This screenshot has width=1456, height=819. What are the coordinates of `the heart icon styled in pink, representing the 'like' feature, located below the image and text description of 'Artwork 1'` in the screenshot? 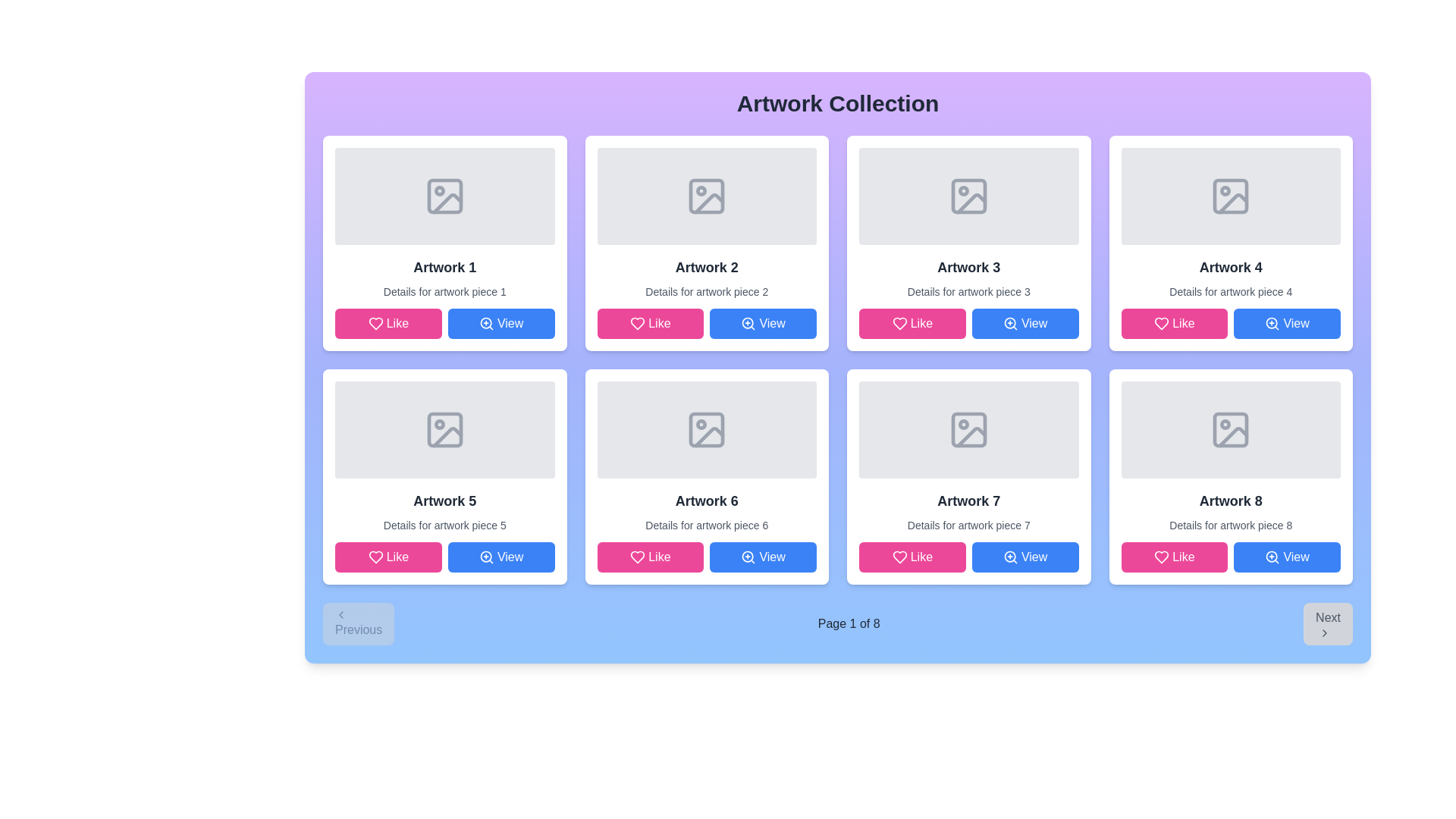 It's located at (375, 323).